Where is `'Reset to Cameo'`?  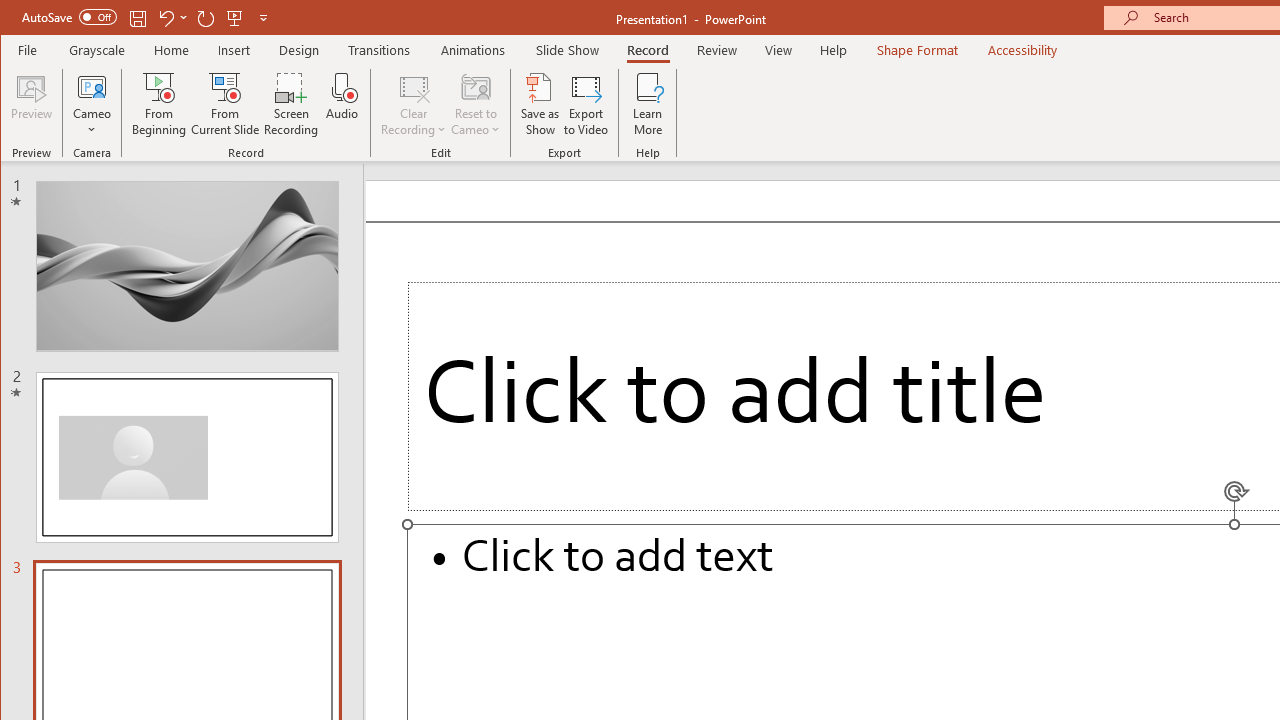 'Reset to Cameo' is located at coordinates (475, 104).